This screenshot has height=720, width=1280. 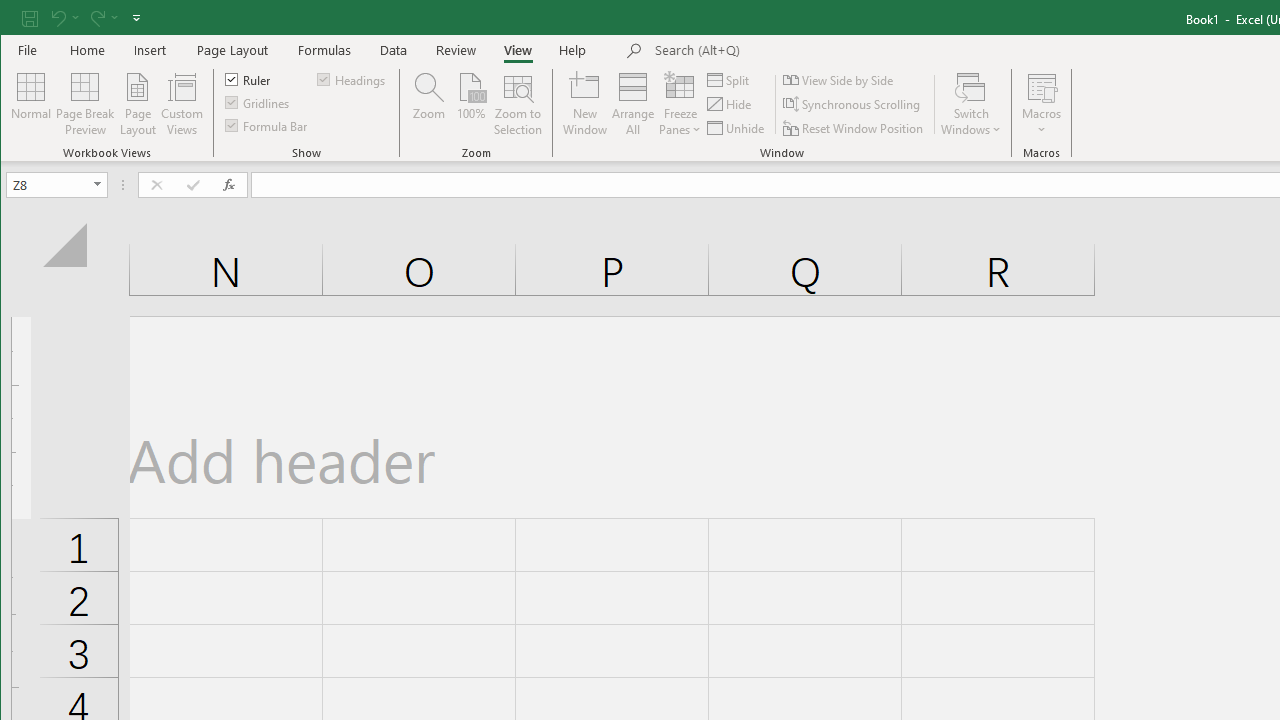 I want to click on 'Switch Windows', so click(x=971, y=104).